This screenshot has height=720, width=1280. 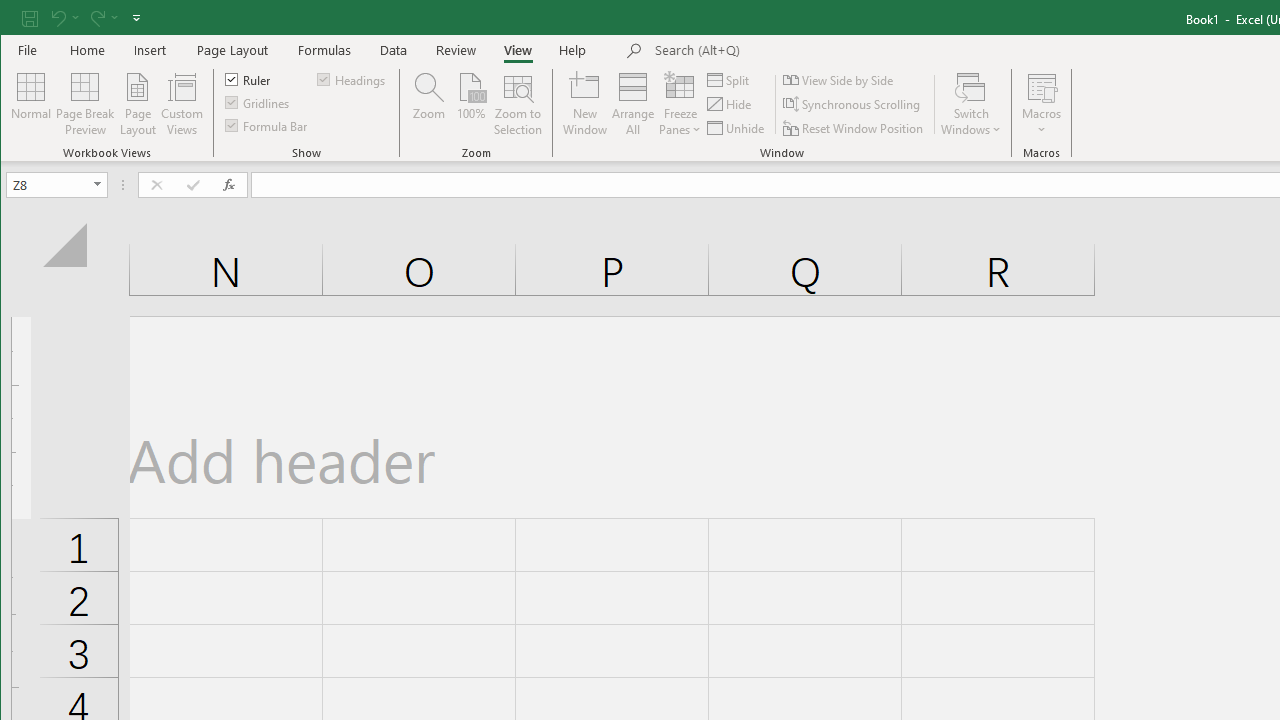 I want to click on 'Switch Windows', so click(x=971, y=104).